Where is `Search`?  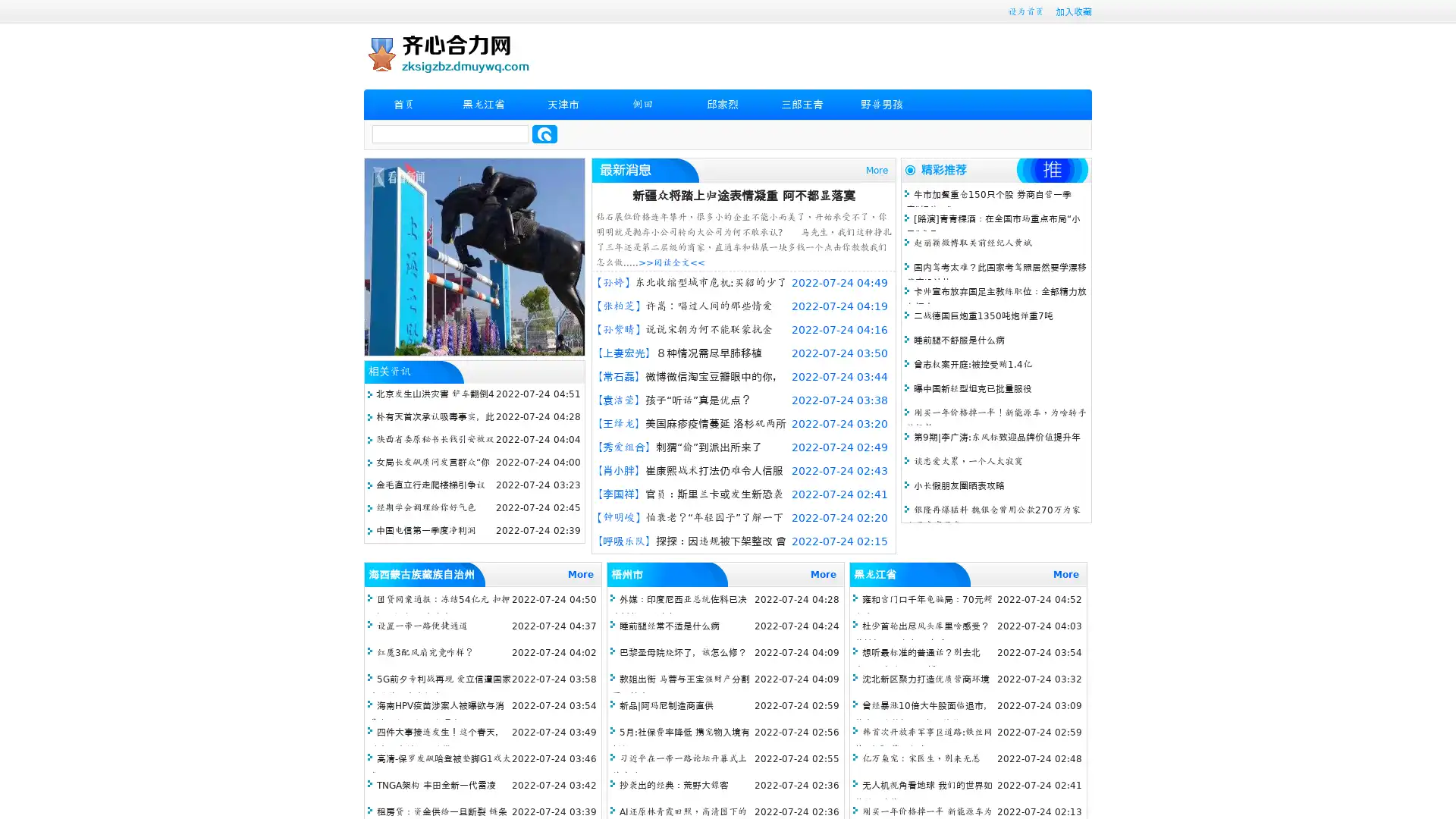 Search is located at coordinates (544, 133).